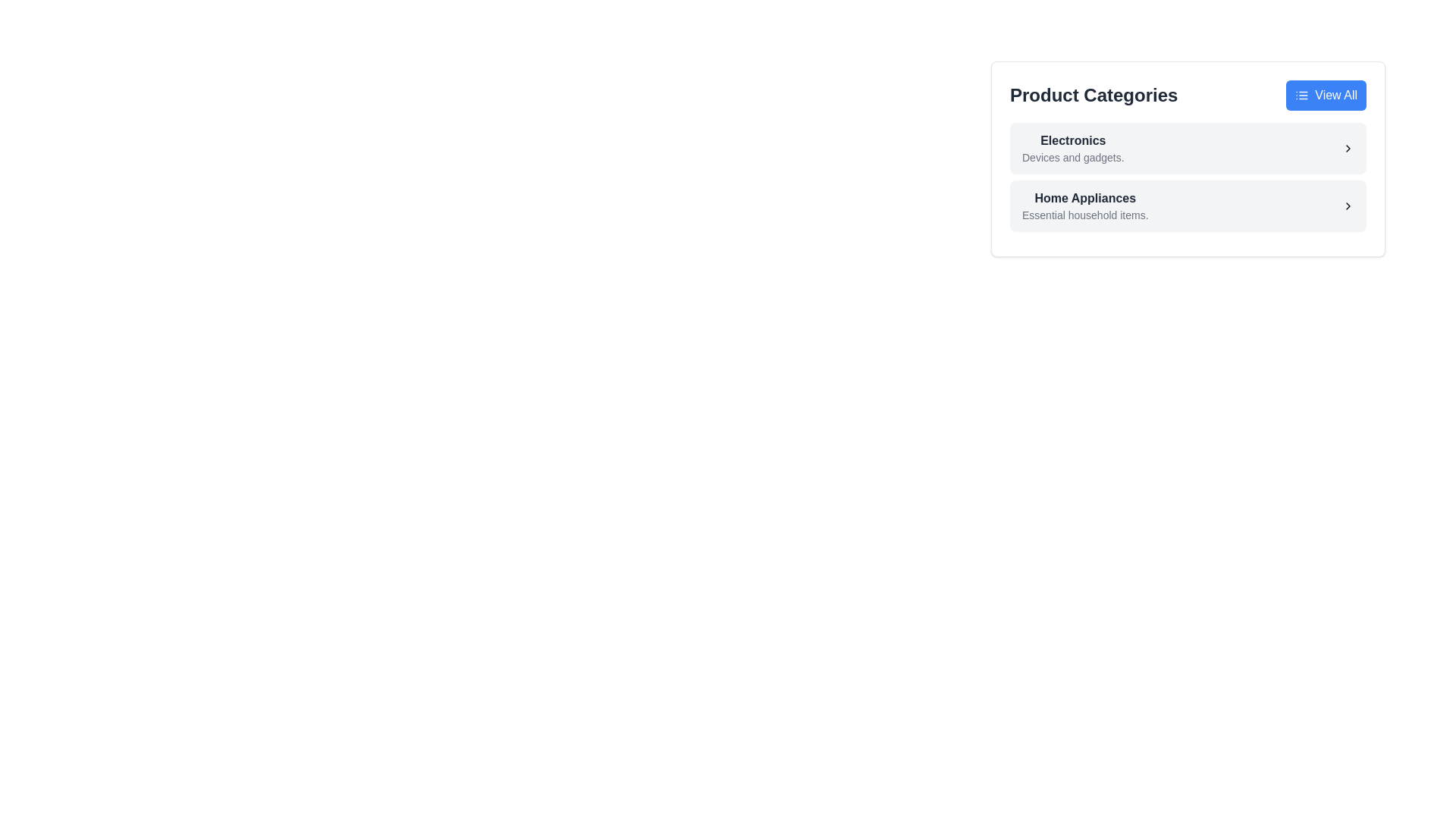  I want to click on the 'Home Appliances' category list item, which is the second item in the vertical list of product categories, positioned below 'Electronics' and above the rightward arrow icon, so click(1084, 206).